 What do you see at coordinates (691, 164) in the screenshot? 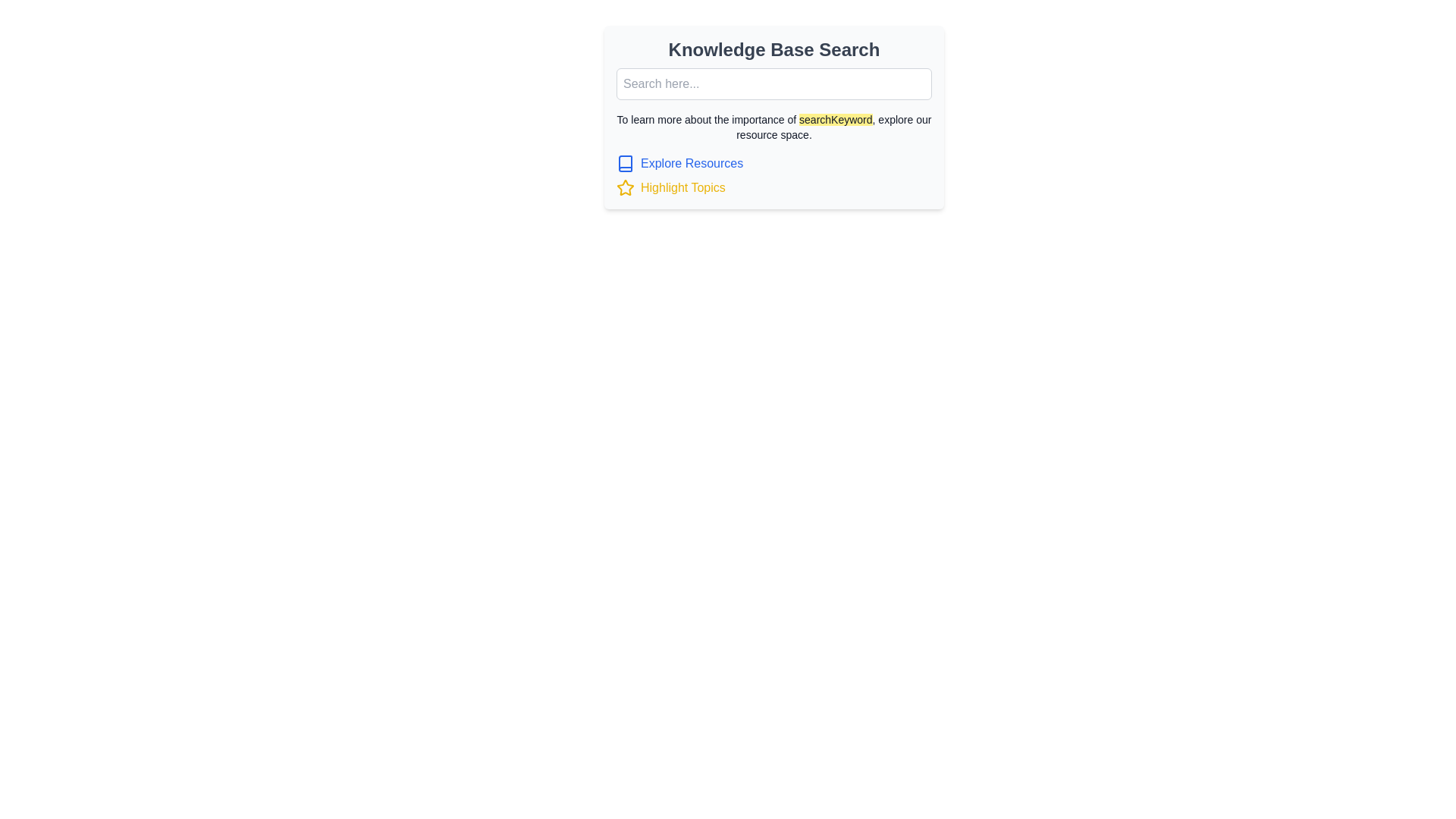
I see `the text label that says 'Explore Resources', which is styled in blue and located next to a book icon on the middle right of the card` at bounding box center [691, 164].